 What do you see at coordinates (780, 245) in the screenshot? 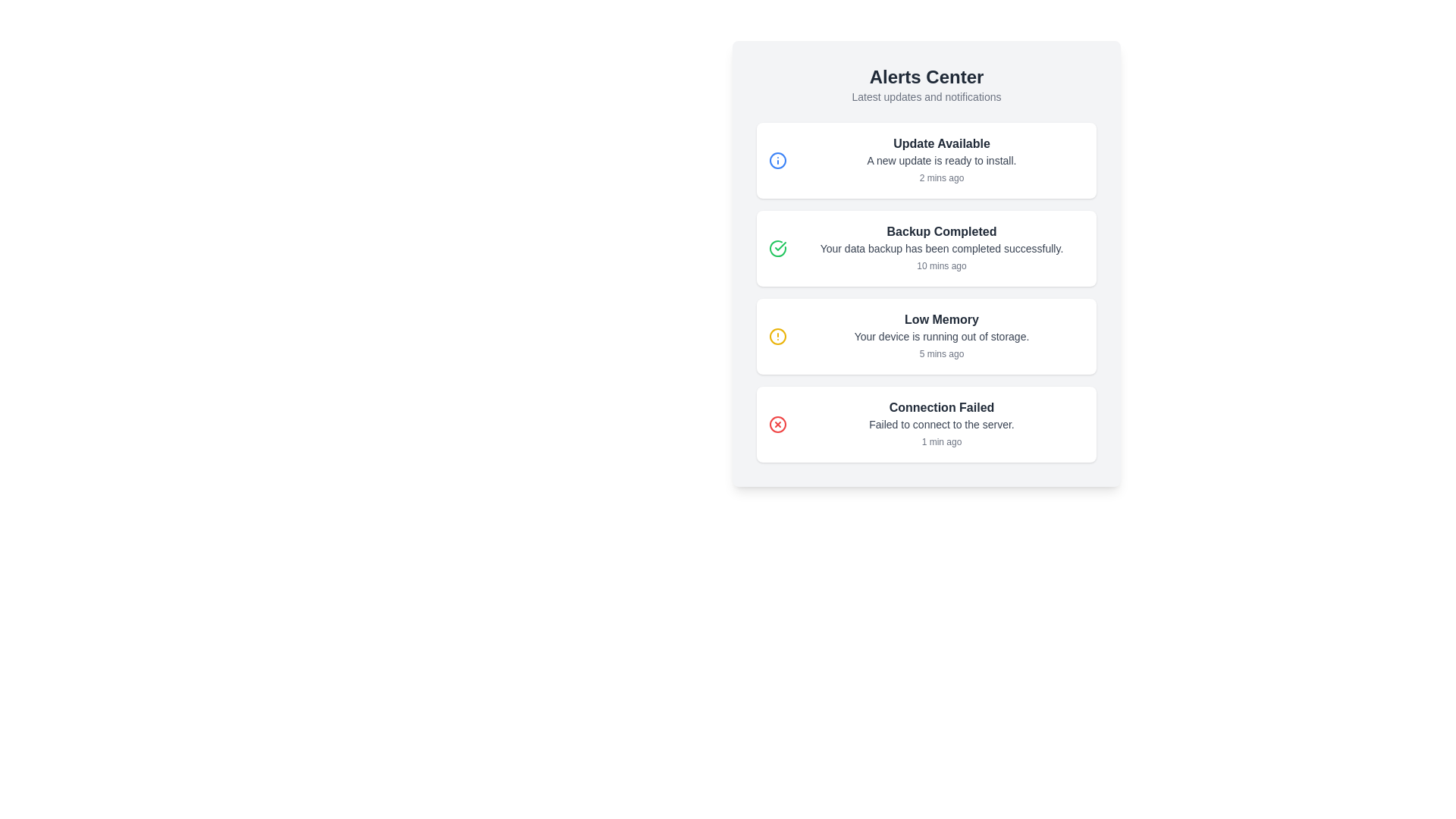
I see `the green checkmark symbol inside the circular icon next to the 'Backup Completed' text in the second alert item of the notification center` at bounding box center [780, 245].